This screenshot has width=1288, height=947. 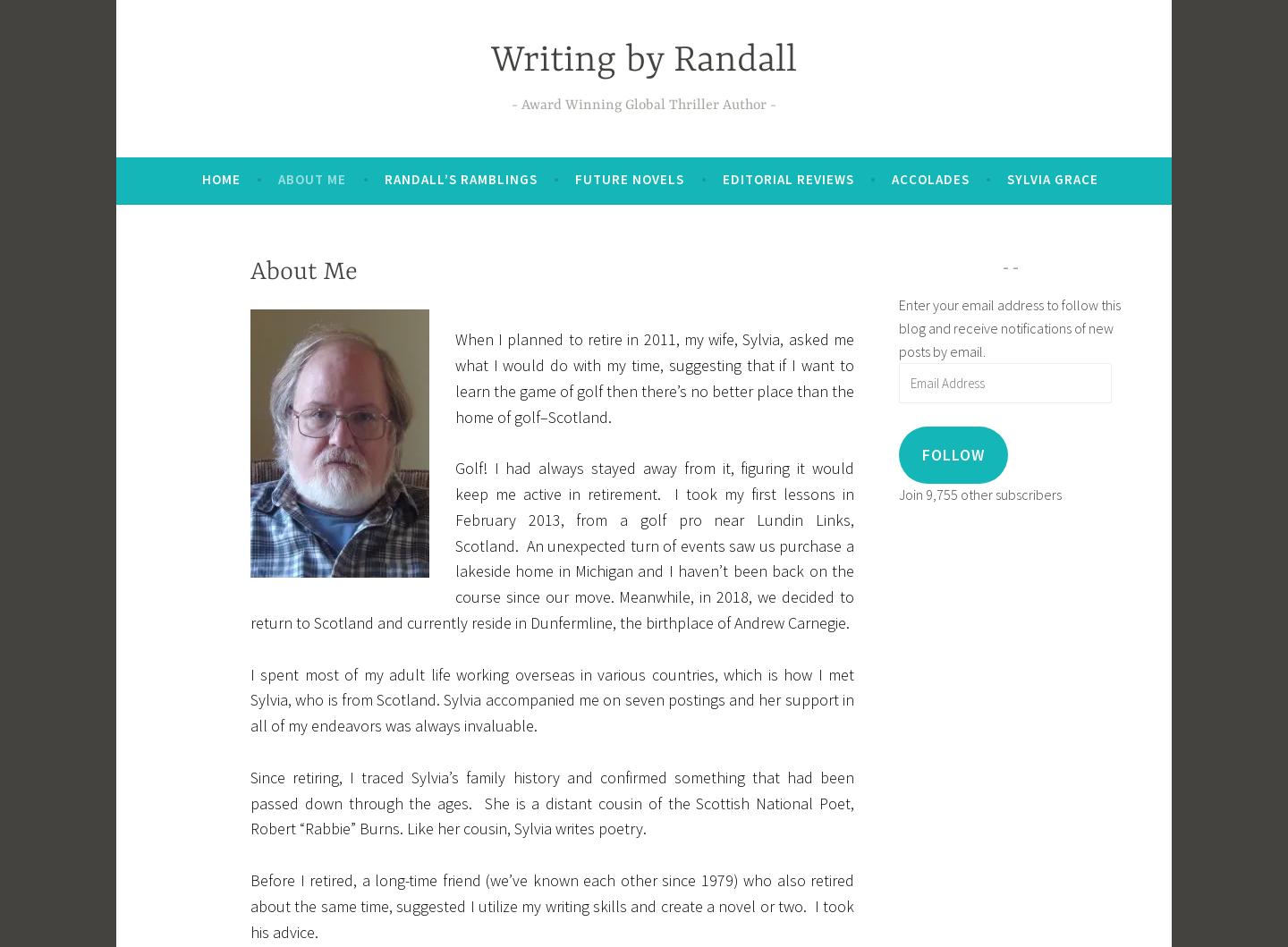 I want to click on 'Since retiring, I traced Sylvia’s family history and confirmed something that had been passed down through the ages.  She is a distant cousin of the Scottish National Poet, Robert “Rabbie” Burns. Like her cousin, Sylvia writes poetry.', so click(x=551, y=802).